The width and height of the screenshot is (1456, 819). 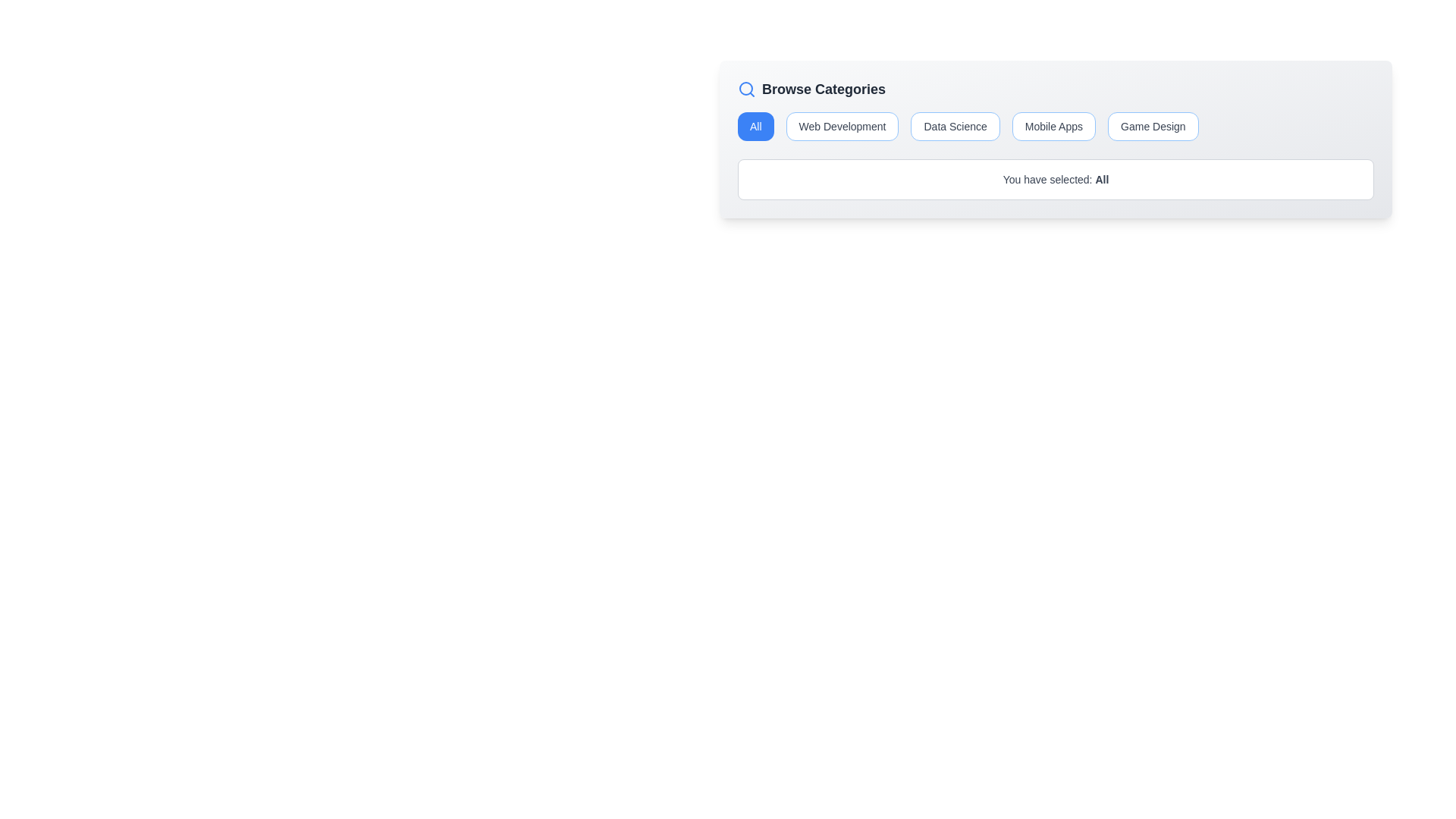 I want to click on the small circular SVG element that is part of the search icon within the 'Browse Categories' panel, which is identified by its class 'lucide lucide-search', so click(x=745, y=88).